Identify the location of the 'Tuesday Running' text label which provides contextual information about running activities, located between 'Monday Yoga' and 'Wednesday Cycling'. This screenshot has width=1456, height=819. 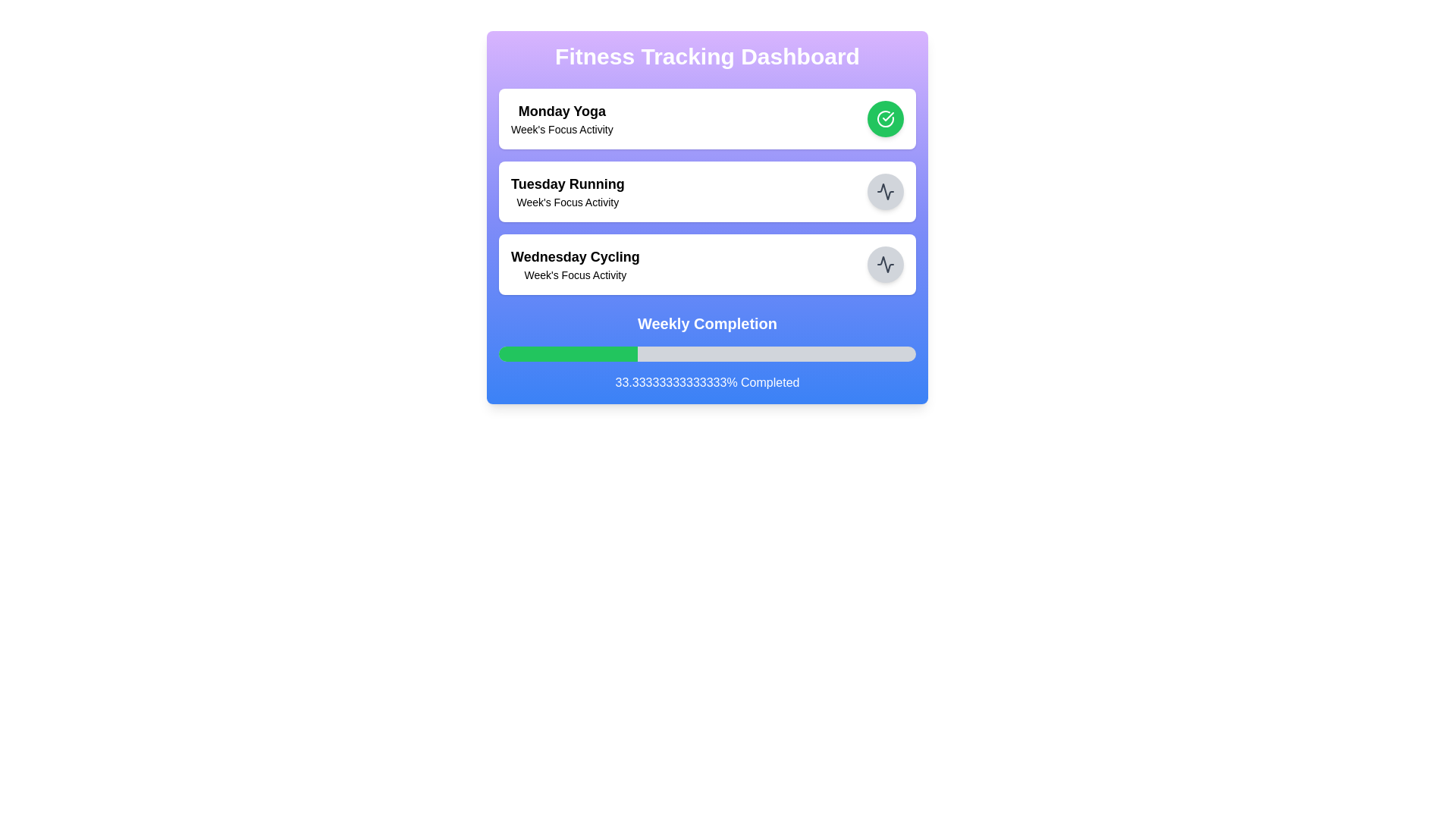
(566, 191).